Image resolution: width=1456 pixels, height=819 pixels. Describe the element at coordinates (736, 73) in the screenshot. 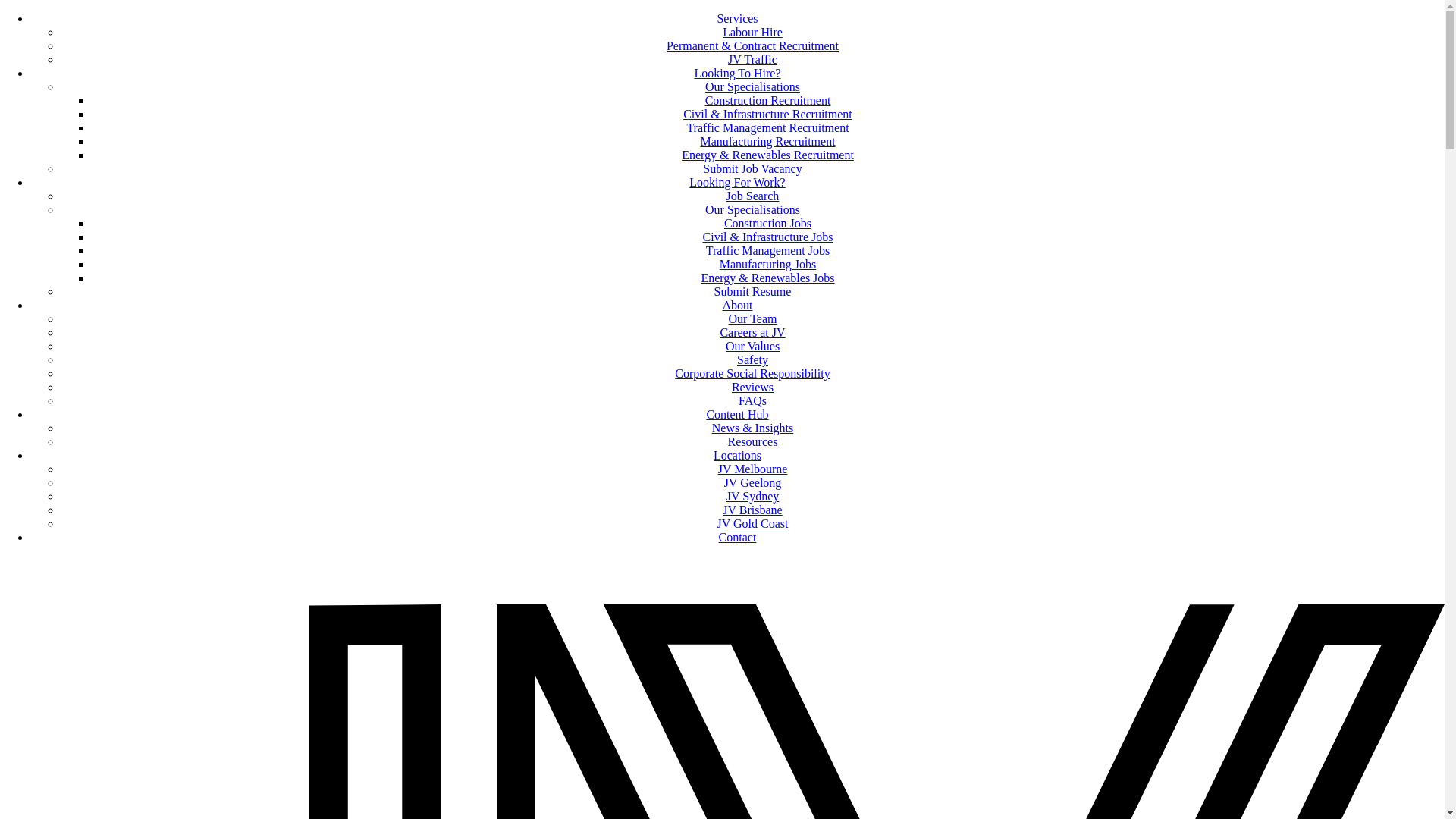

I see `'Looking To Hire?'` at that location.